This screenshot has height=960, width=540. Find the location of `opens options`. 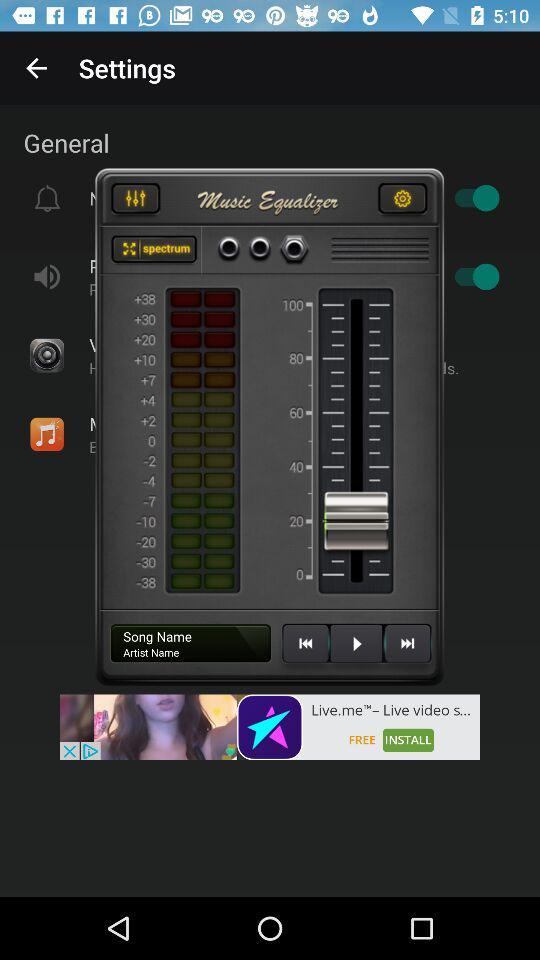

opens options is located at coordinates (402, 201).